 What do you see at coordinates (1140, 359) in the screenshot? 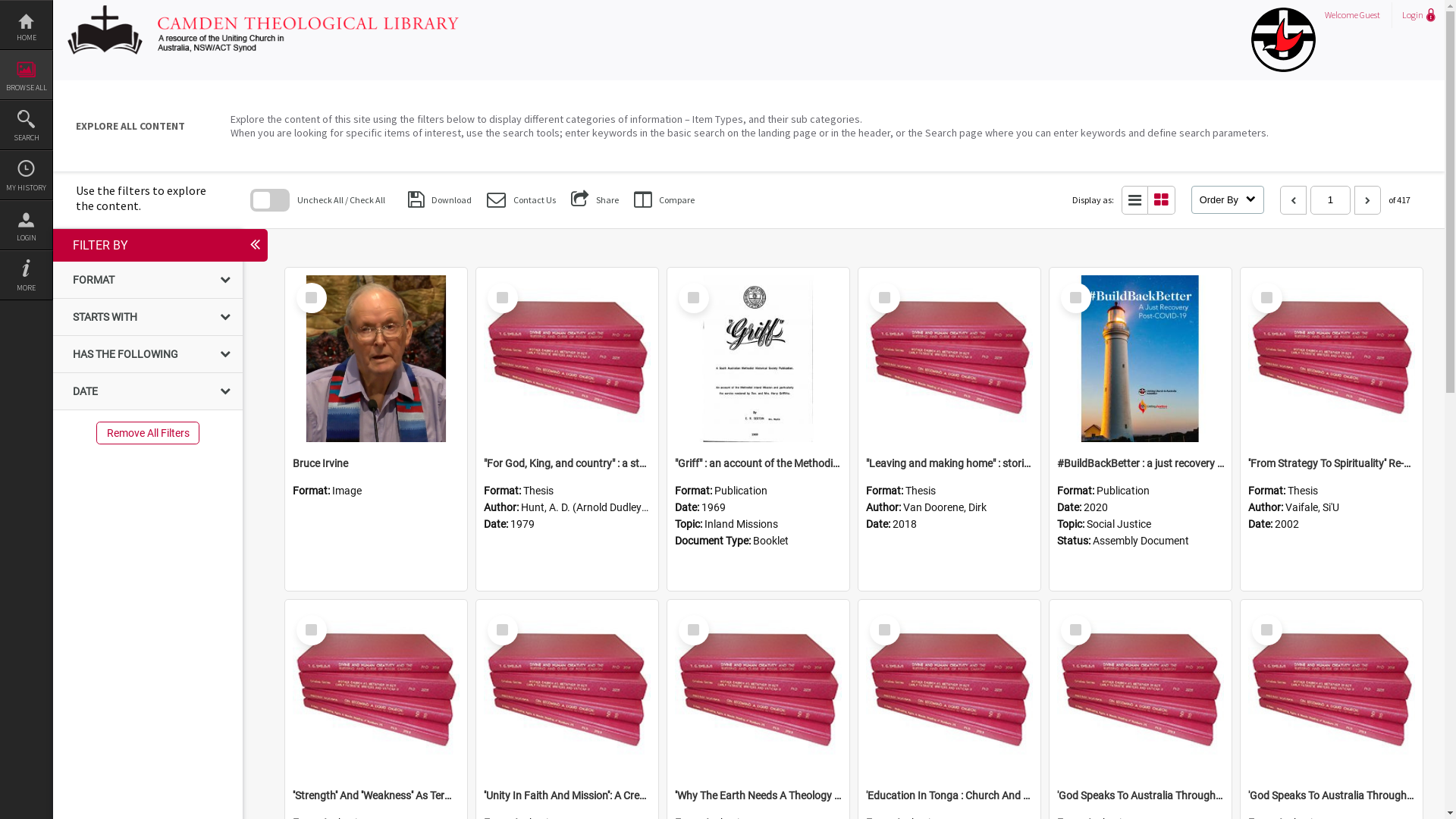
I see `'#BuildBackBetter : a just recovery post-COVID-19'` at bounding box center [1140, 359].